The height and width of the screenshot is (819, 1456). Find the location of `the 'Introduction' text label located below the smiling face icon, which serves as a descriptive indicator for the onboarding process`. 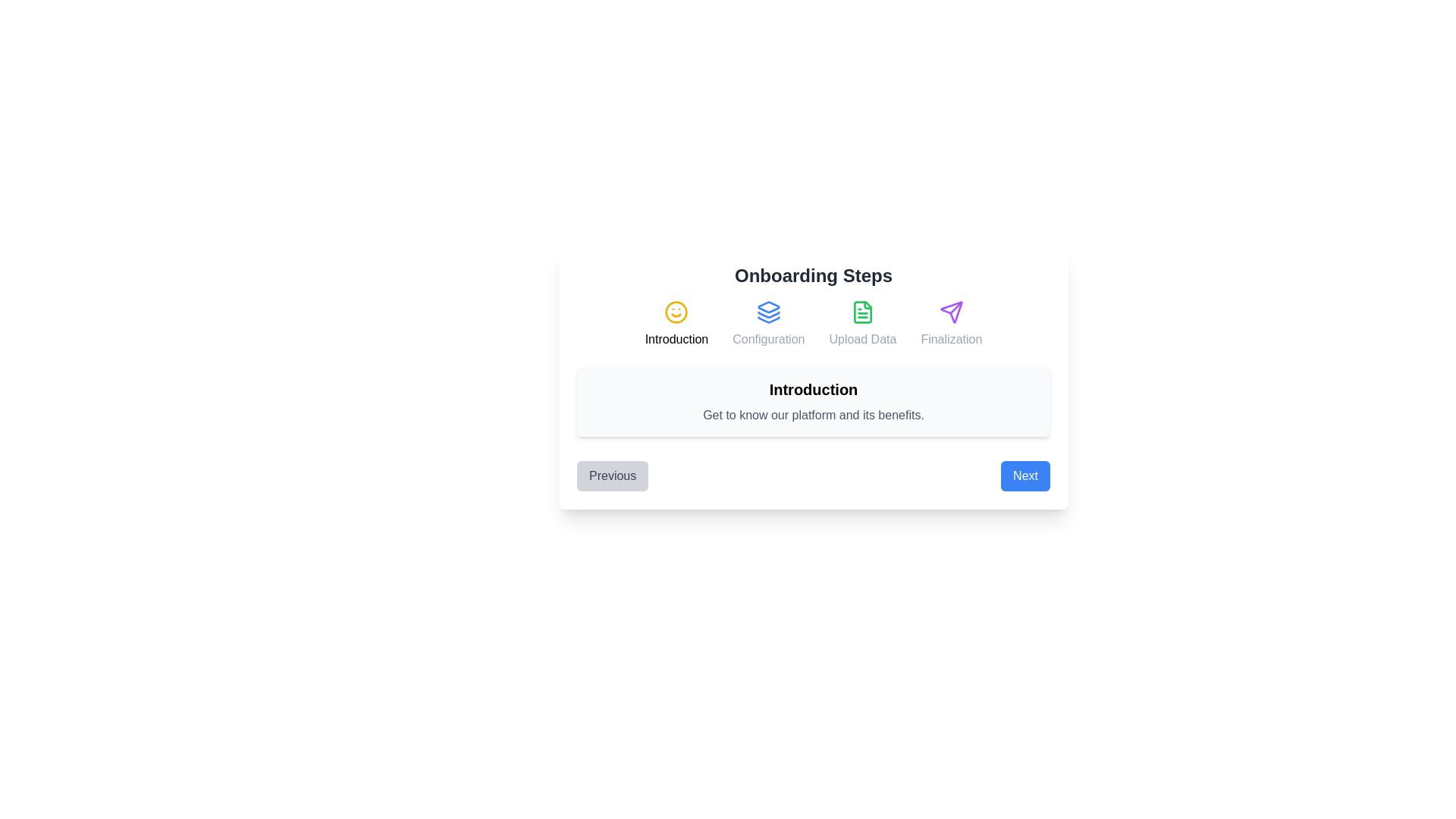

the 'Introduction' text label located below the smiling face icon, which serves as a descriptive indicator for the onboarding process is located at coordinates (676, 338).